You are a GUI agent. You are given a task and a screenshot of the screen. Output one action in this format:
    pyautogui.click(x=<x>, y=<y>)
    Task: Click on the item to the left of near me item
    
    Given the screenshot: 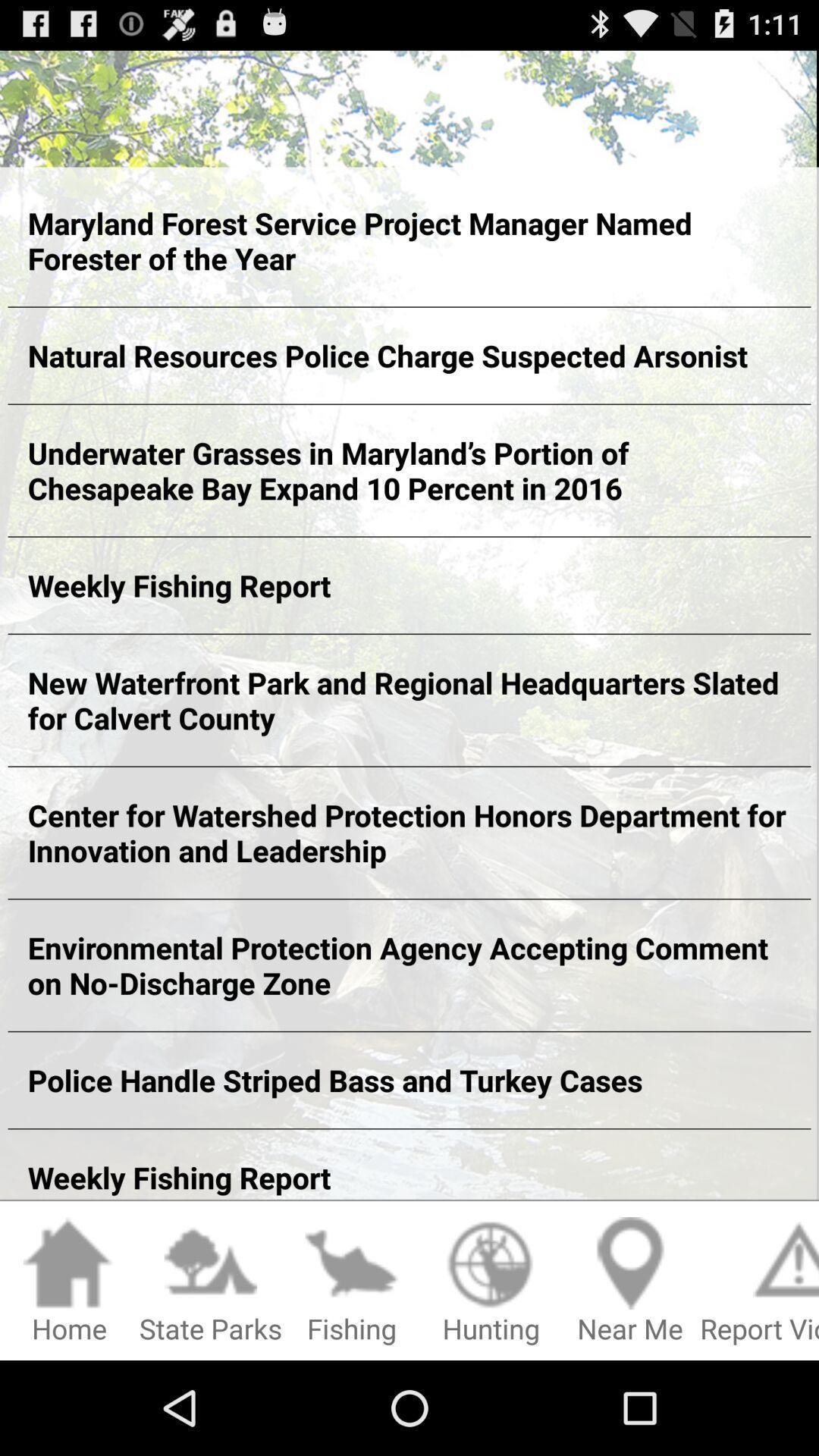 What is the action you would take?
    pyautogui.click(x=491, y=1281)
    